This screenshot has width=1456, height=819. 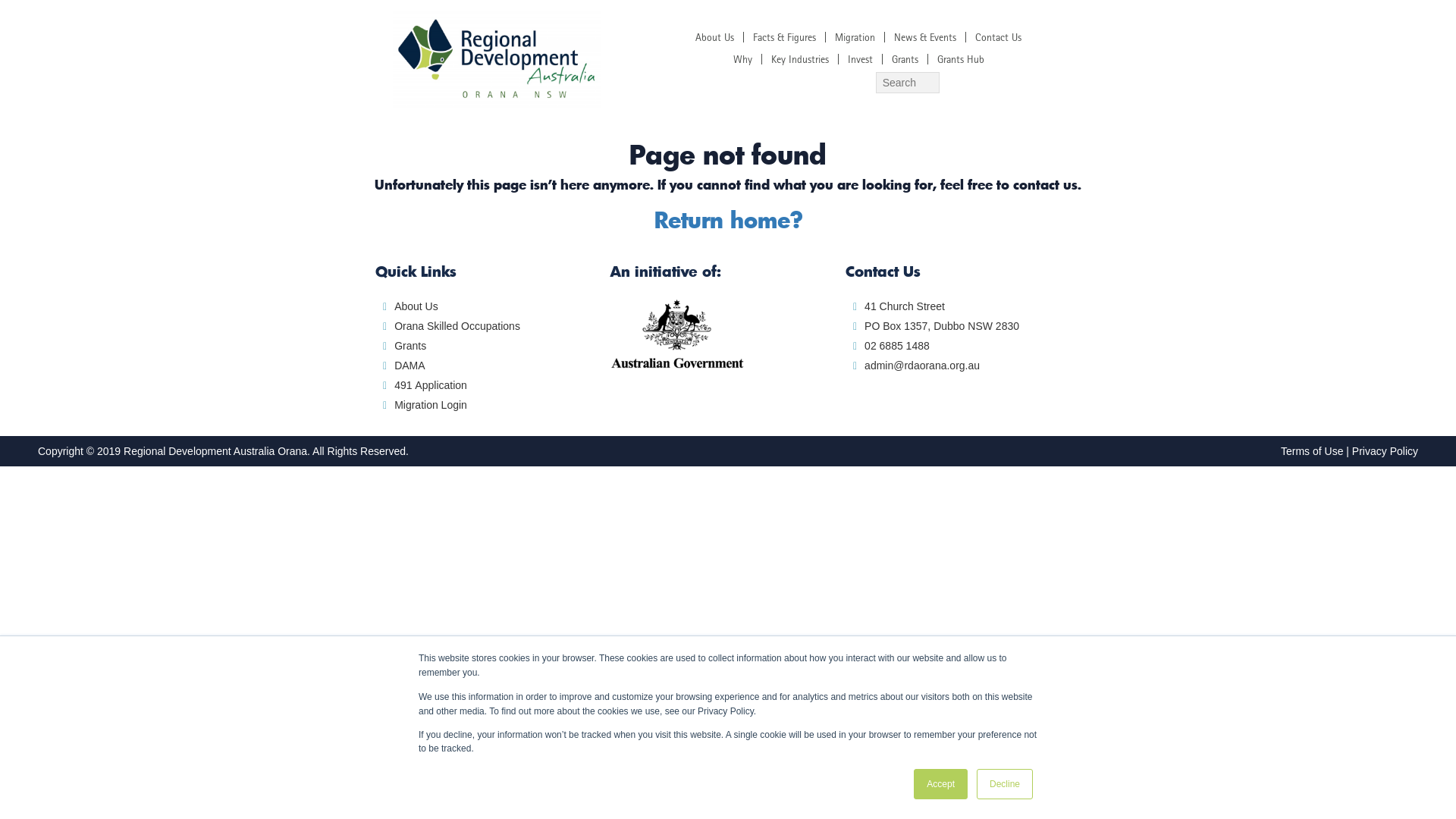 What do you see at coordinates (924, 36) in the screenshot?
I see `'News & Events'` at bounding box center [924, 36].